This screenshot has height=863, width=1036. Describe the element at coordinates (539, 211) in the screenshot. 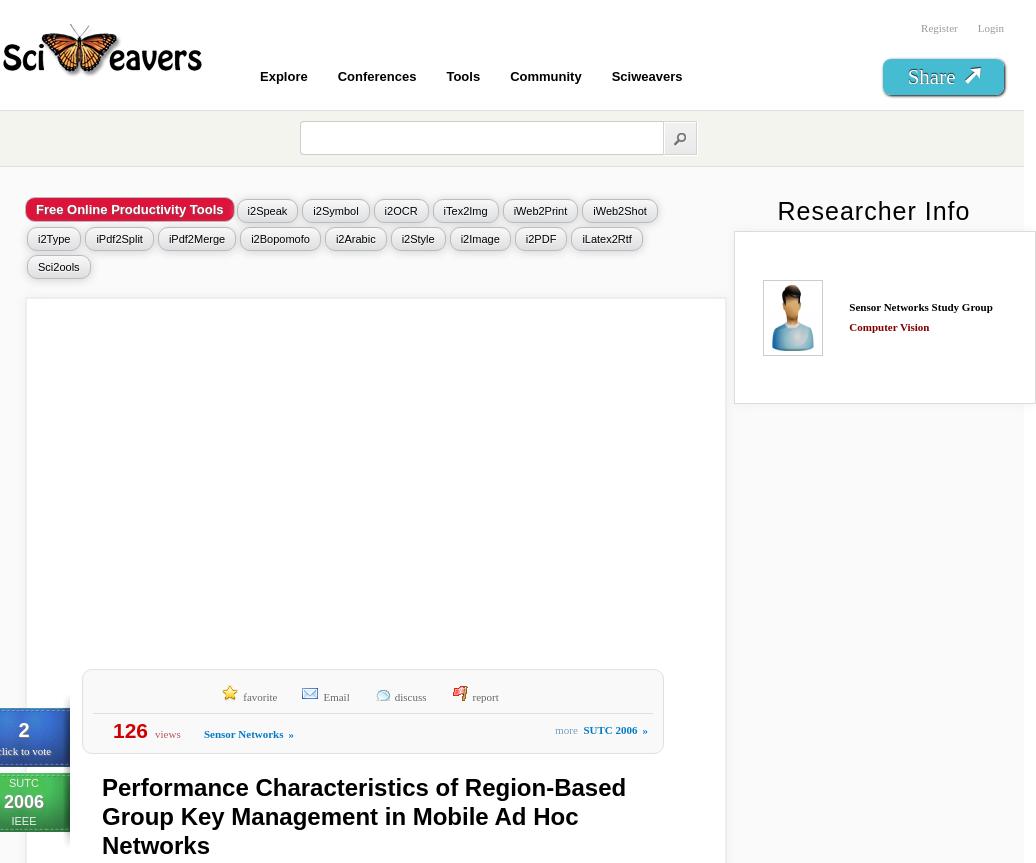

I see `'iWeb2Print'` at that location.